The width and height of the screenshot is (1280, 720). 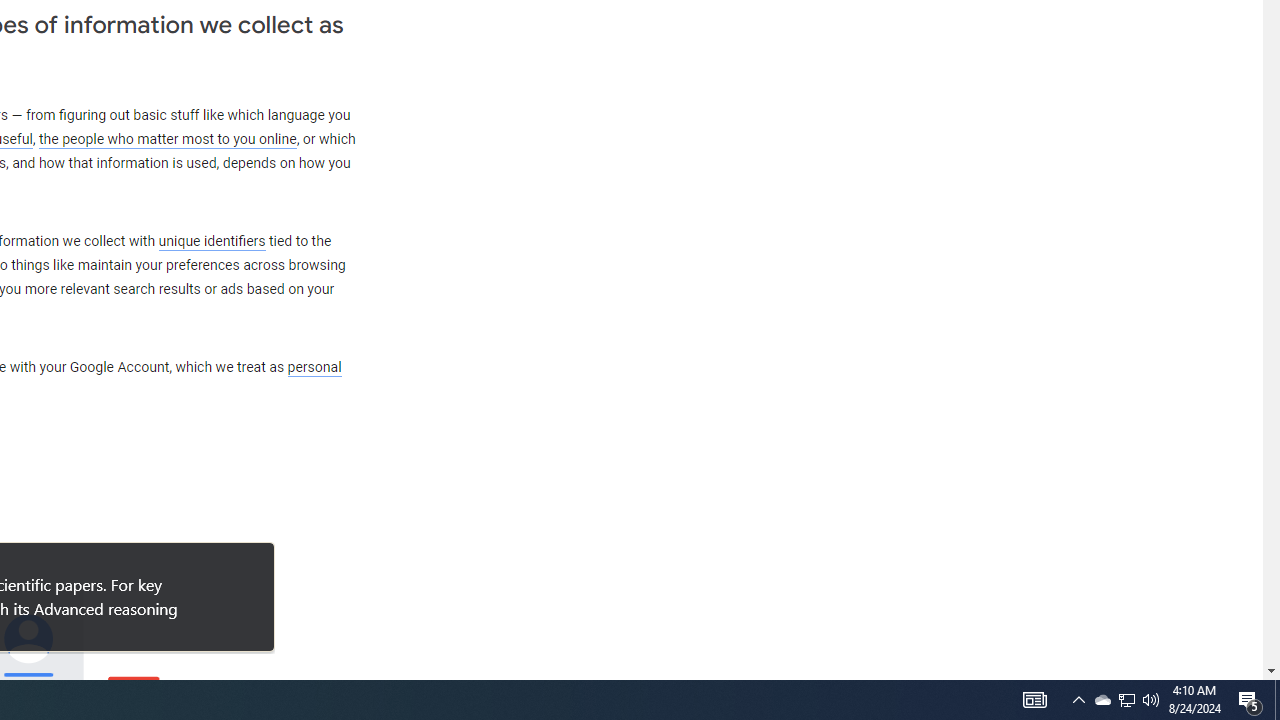 I want to click on 'unique identifiers', so click(x=211, y=240).